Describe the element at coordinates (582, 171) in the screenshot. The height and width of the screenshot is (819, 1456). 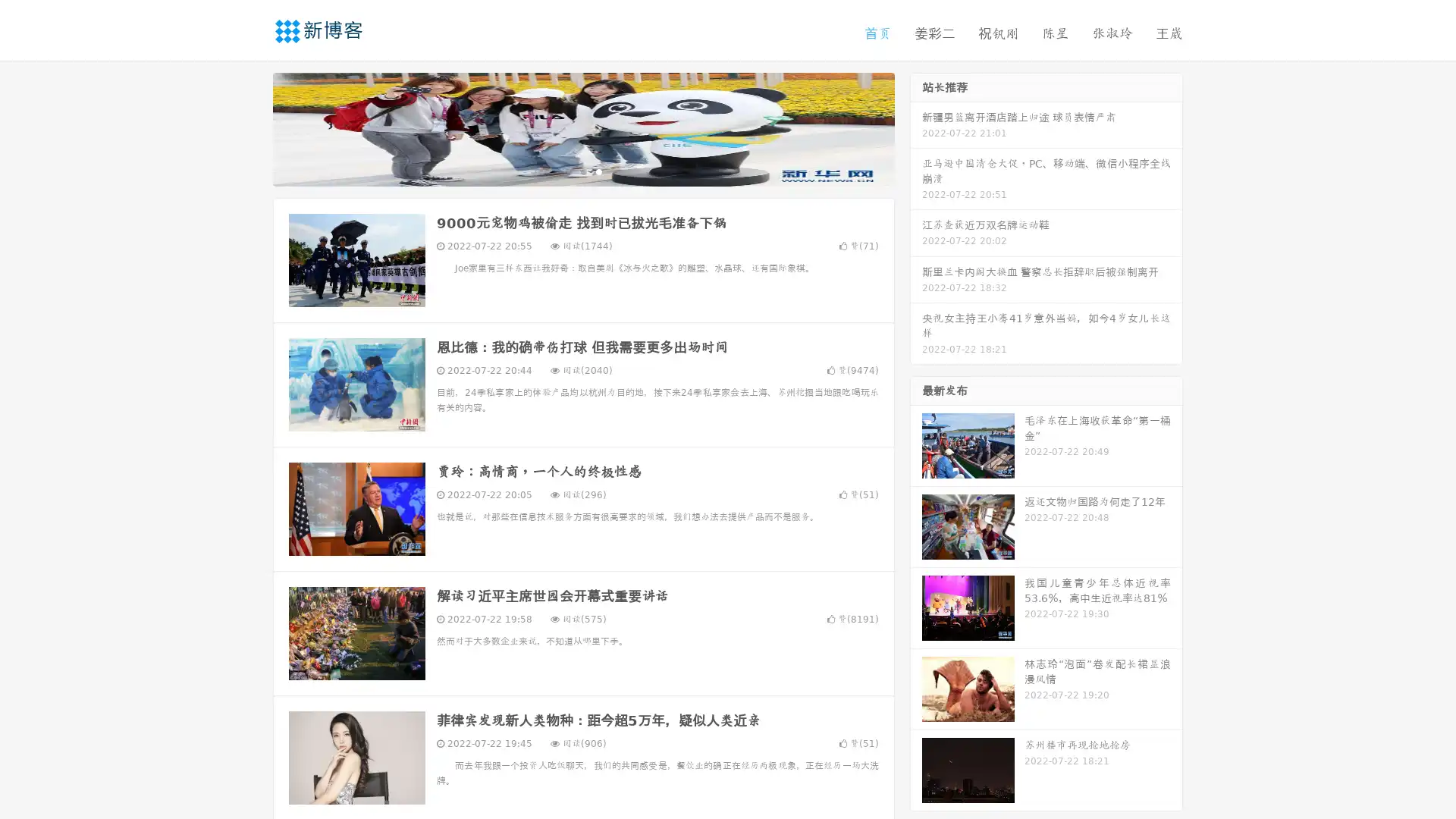
I see `Go to slide 2` at that location.